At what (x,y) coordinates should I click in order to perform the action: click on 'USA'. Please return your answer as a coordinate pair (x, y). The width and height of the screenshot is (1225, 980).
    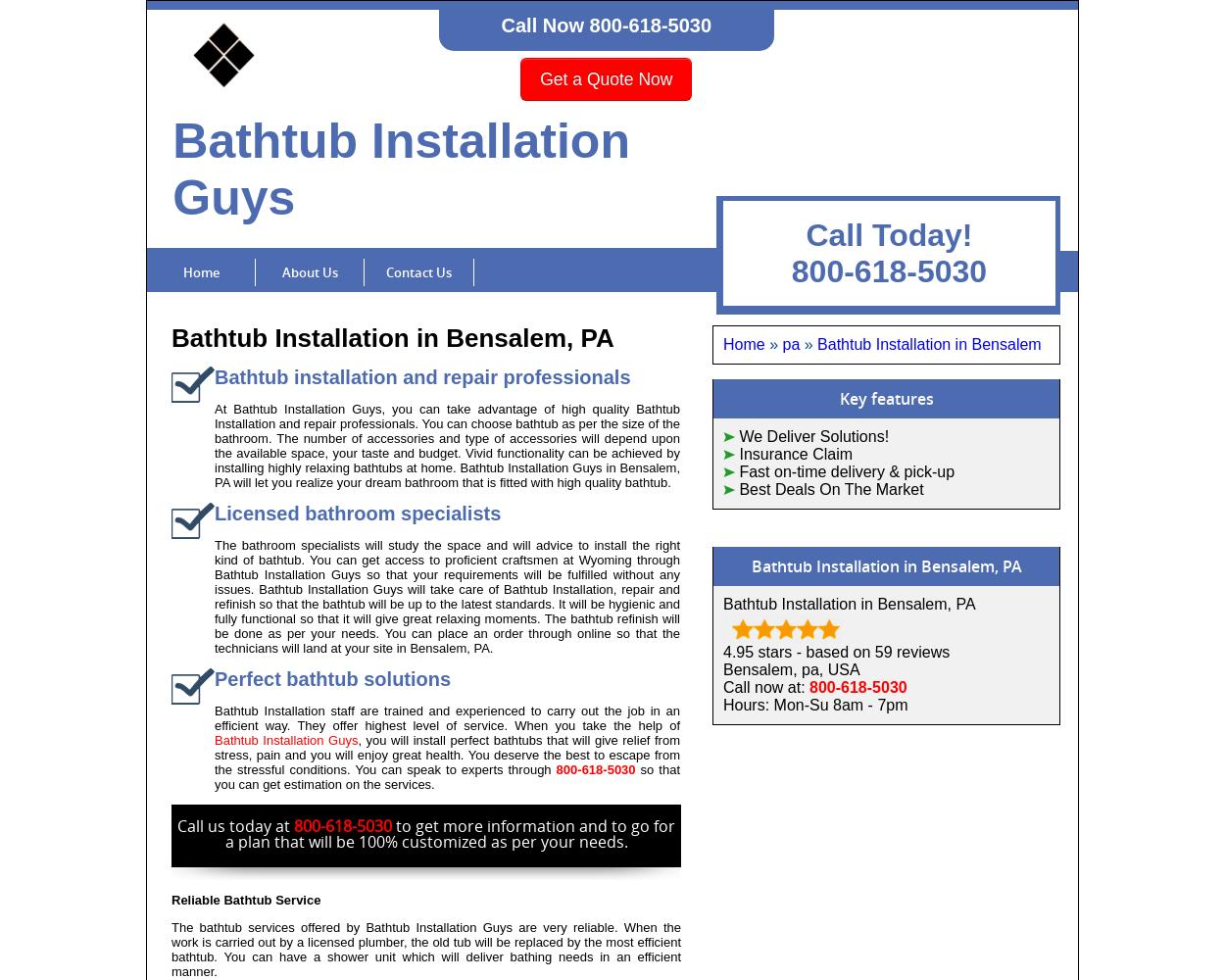
    Looking at the image, I should click on (842, 669).